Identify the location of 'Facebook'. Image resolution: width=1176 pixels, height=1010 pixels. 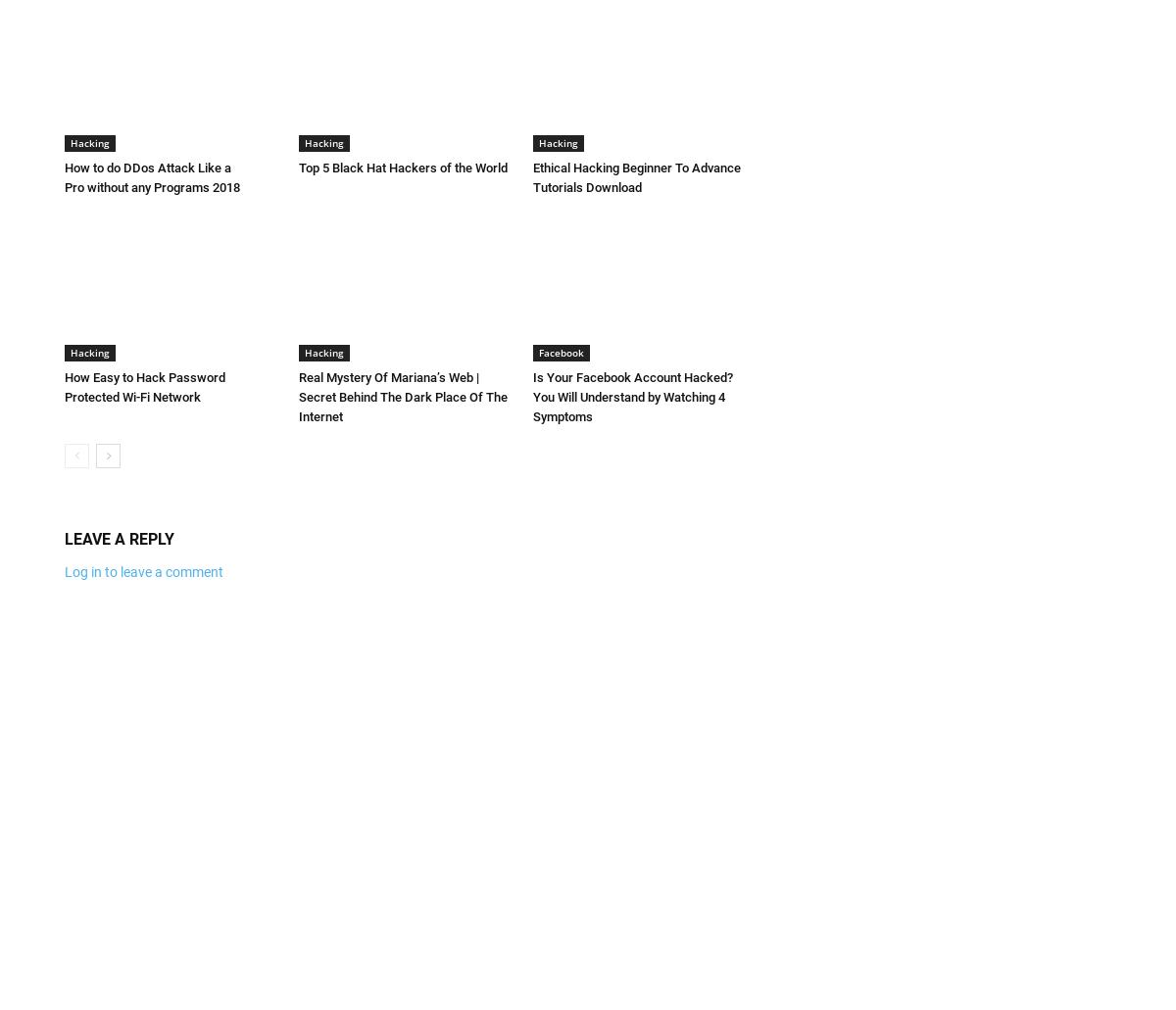
(561, 350).